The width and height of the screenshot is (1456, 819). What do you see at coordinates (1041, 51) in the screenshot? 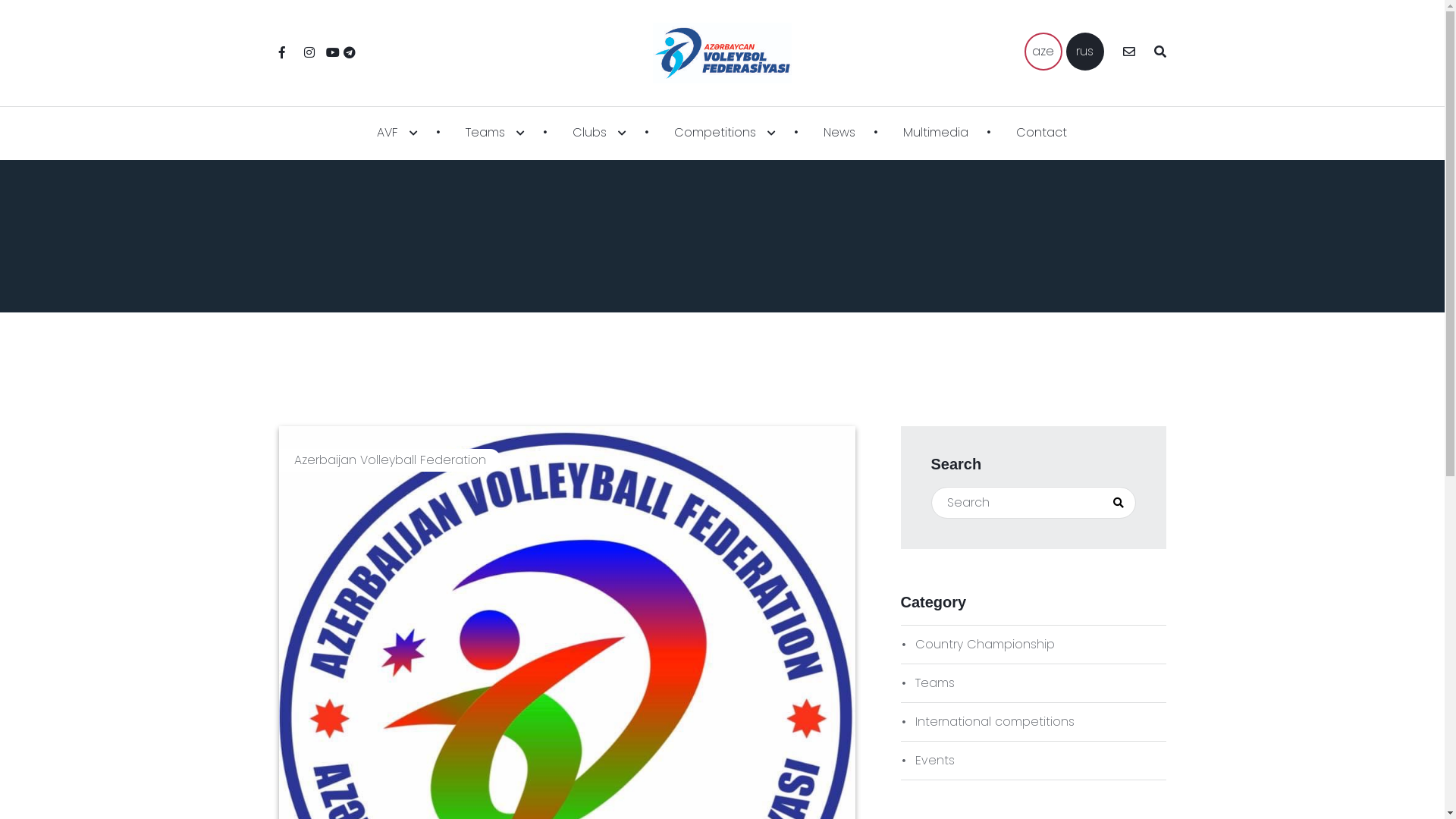
I see `'aze'` at bounding box center [1041, 51].